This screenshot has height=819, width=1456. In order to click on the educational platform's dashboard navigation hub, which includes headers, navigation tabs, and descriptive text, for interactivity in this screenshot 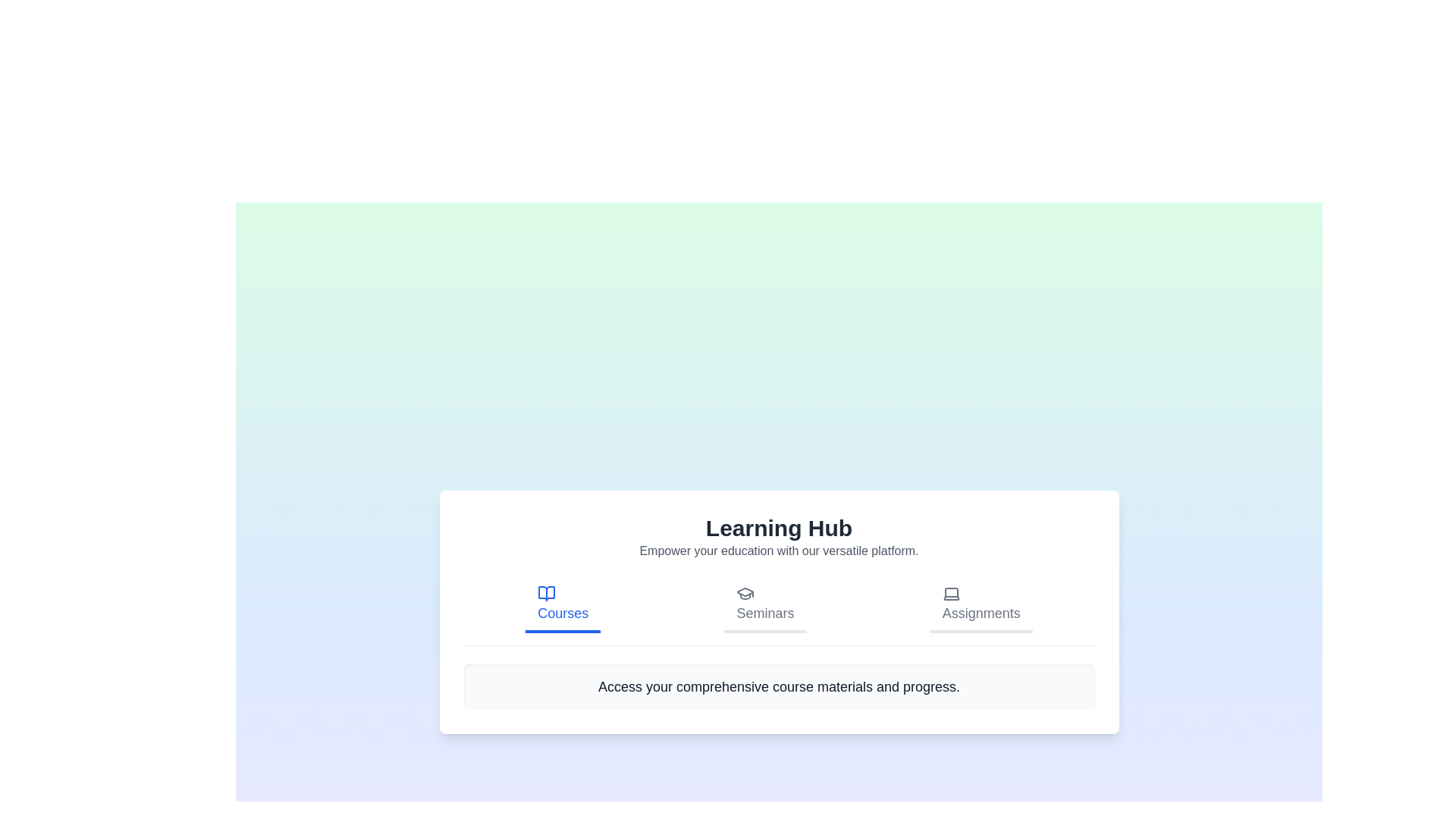, I will do `click(779, 610)`.